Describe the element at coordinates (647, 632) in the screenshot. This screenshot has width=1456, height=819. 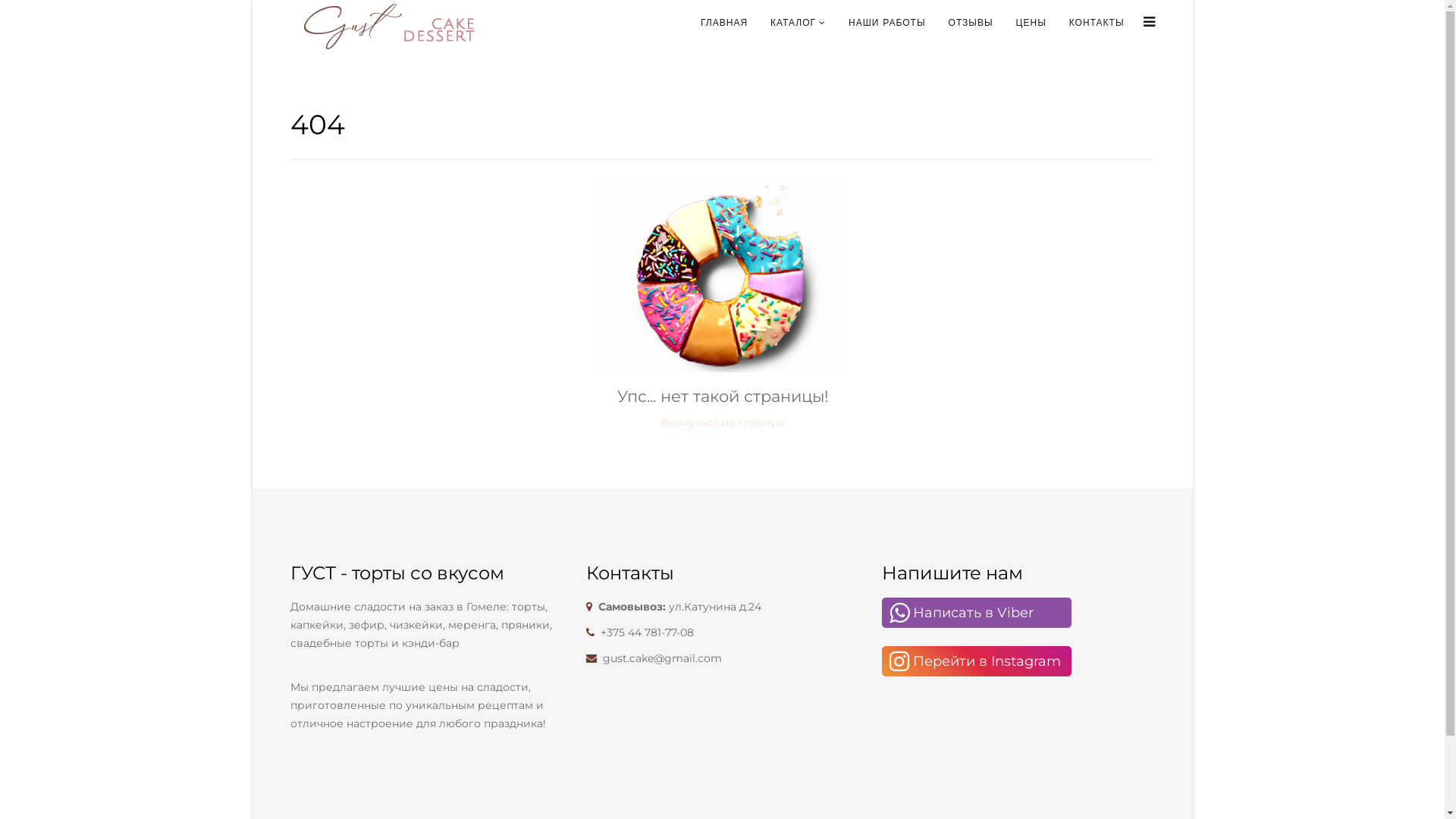
I see `'+375 44 781-77-08'` at that location.